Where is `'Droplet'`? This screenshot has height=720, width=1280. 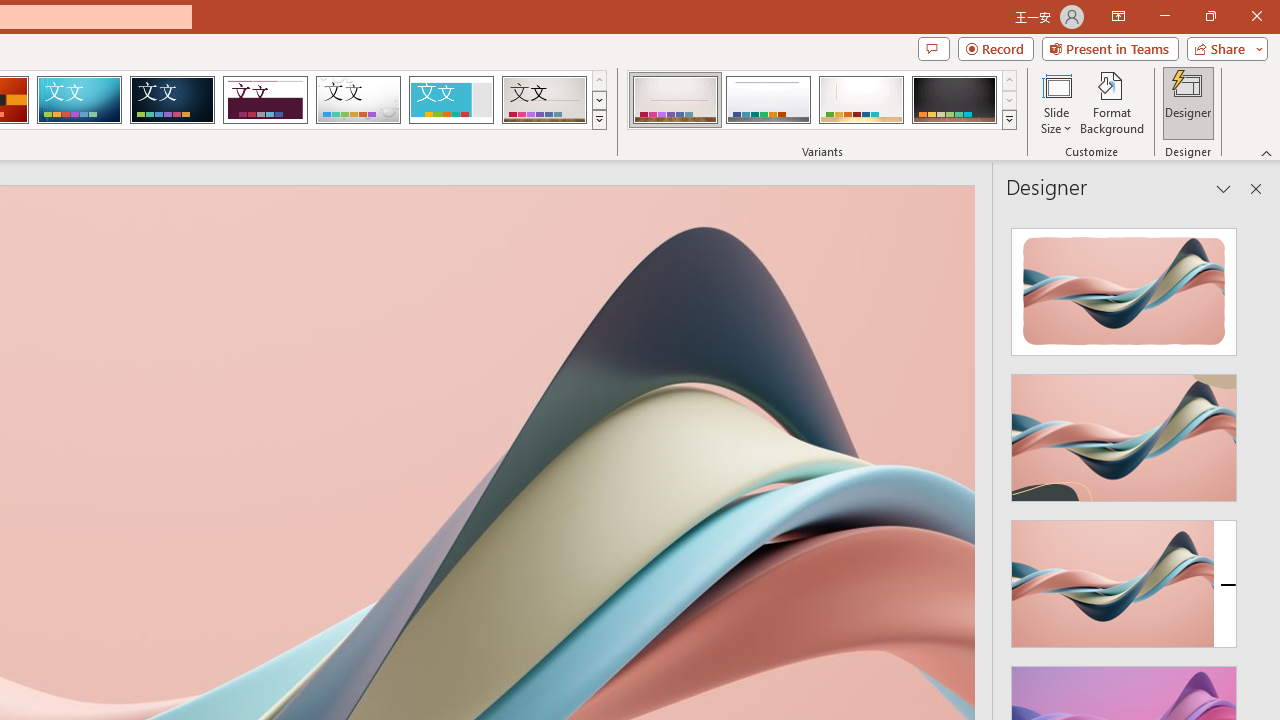 'Droplet' is located at coordinates (358, 100).